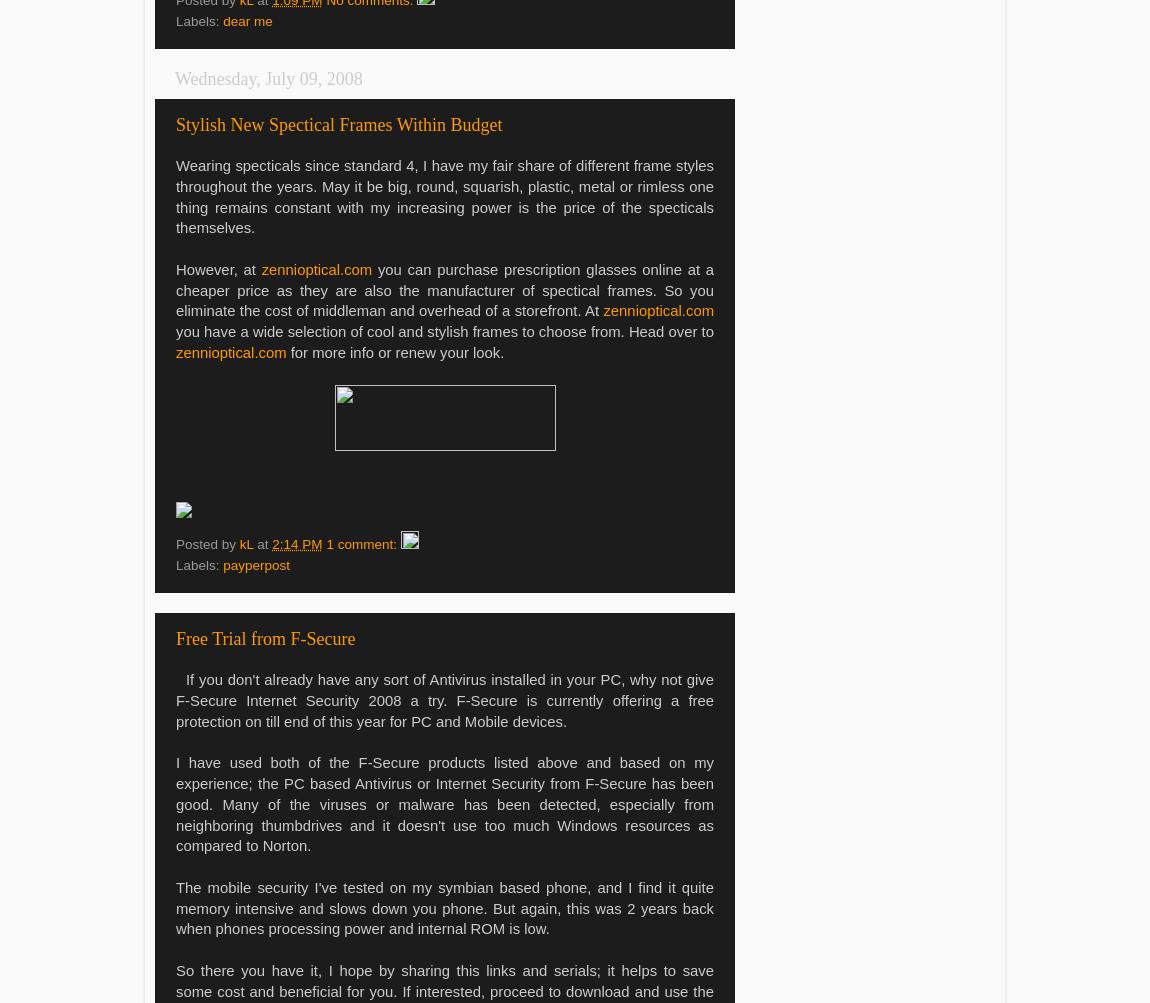  Describe the element at coordinates (339, 122) in the screenshot. I see `'Stylish New Spectical Frames Within Budget'` at that location.